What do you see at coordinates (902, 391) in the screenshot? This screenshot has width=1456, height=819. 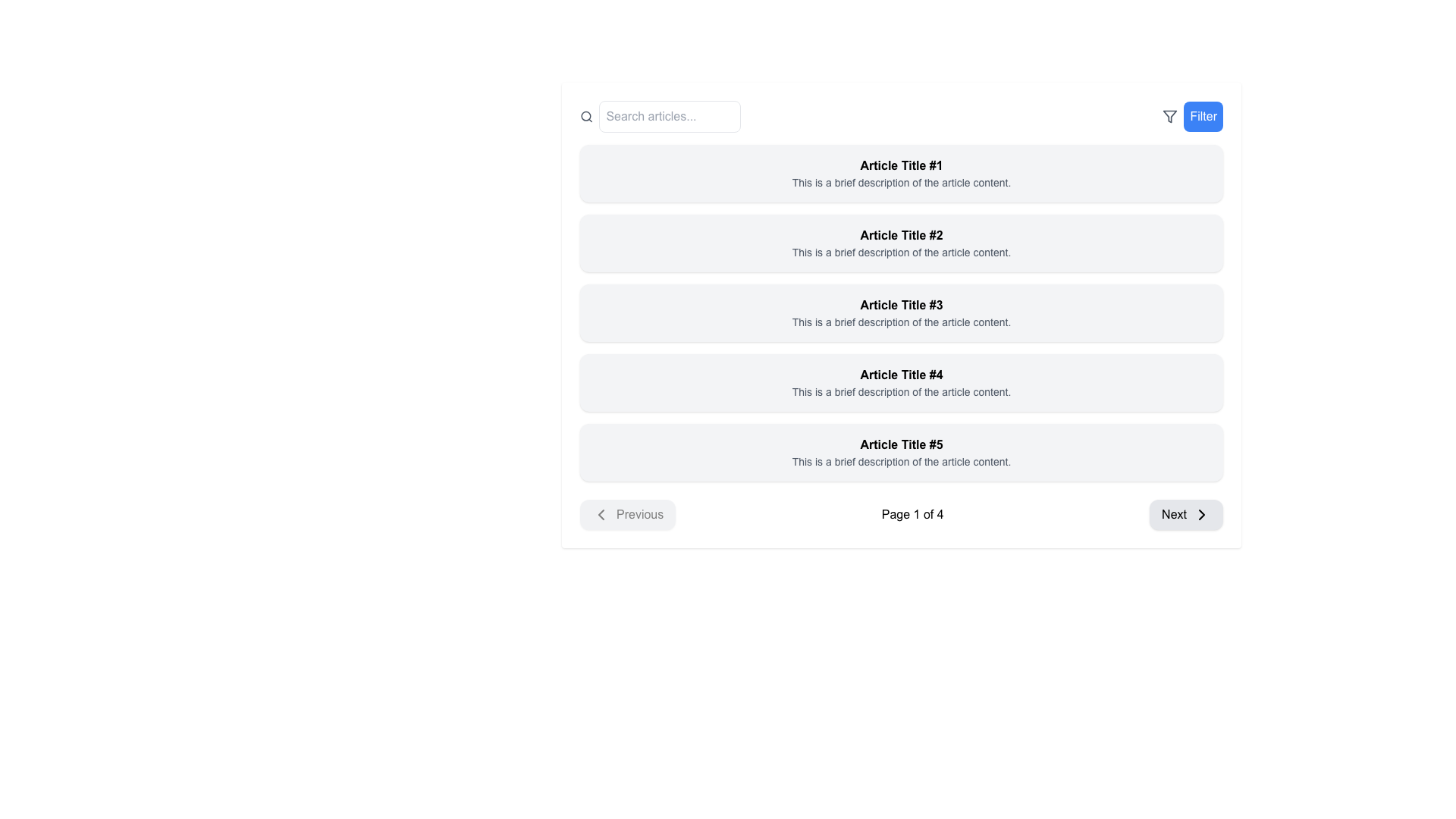 I see `the descriptive summary text that provides context about the article, positioned below 'Article Title #4'` at bounding box center [902, 391].